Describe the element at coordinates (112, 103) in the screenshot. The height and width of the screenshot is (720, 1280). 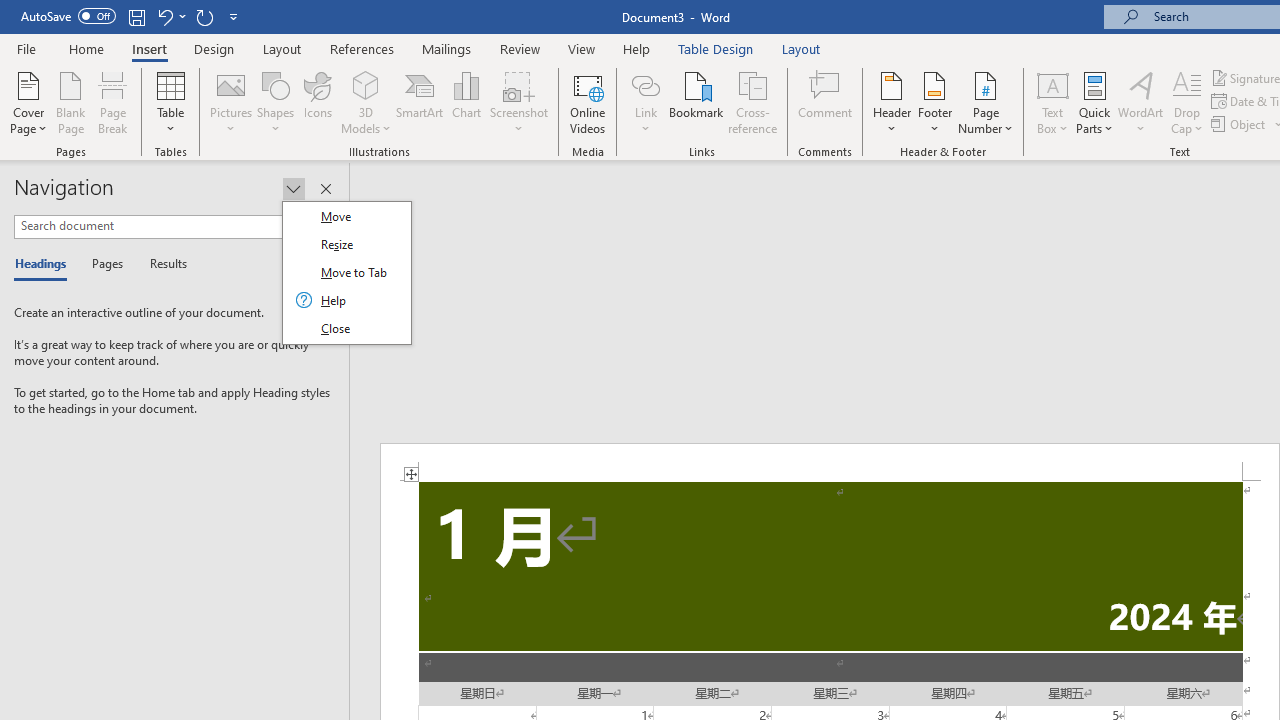
I see `'Page Break'` at that location.